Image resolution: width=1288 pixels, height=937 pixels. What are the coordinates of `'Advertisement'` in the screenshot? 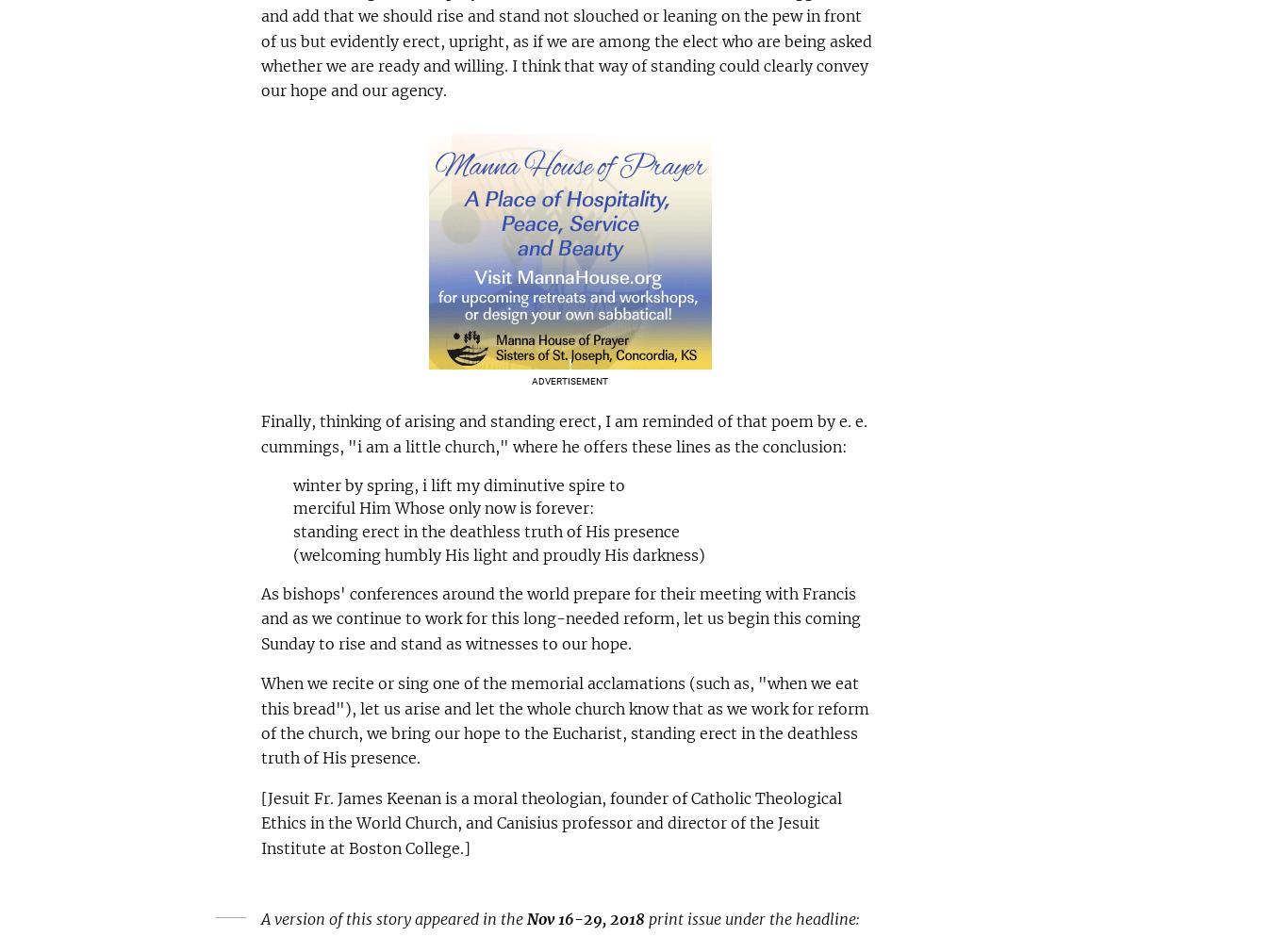 It's located at (569, 379).